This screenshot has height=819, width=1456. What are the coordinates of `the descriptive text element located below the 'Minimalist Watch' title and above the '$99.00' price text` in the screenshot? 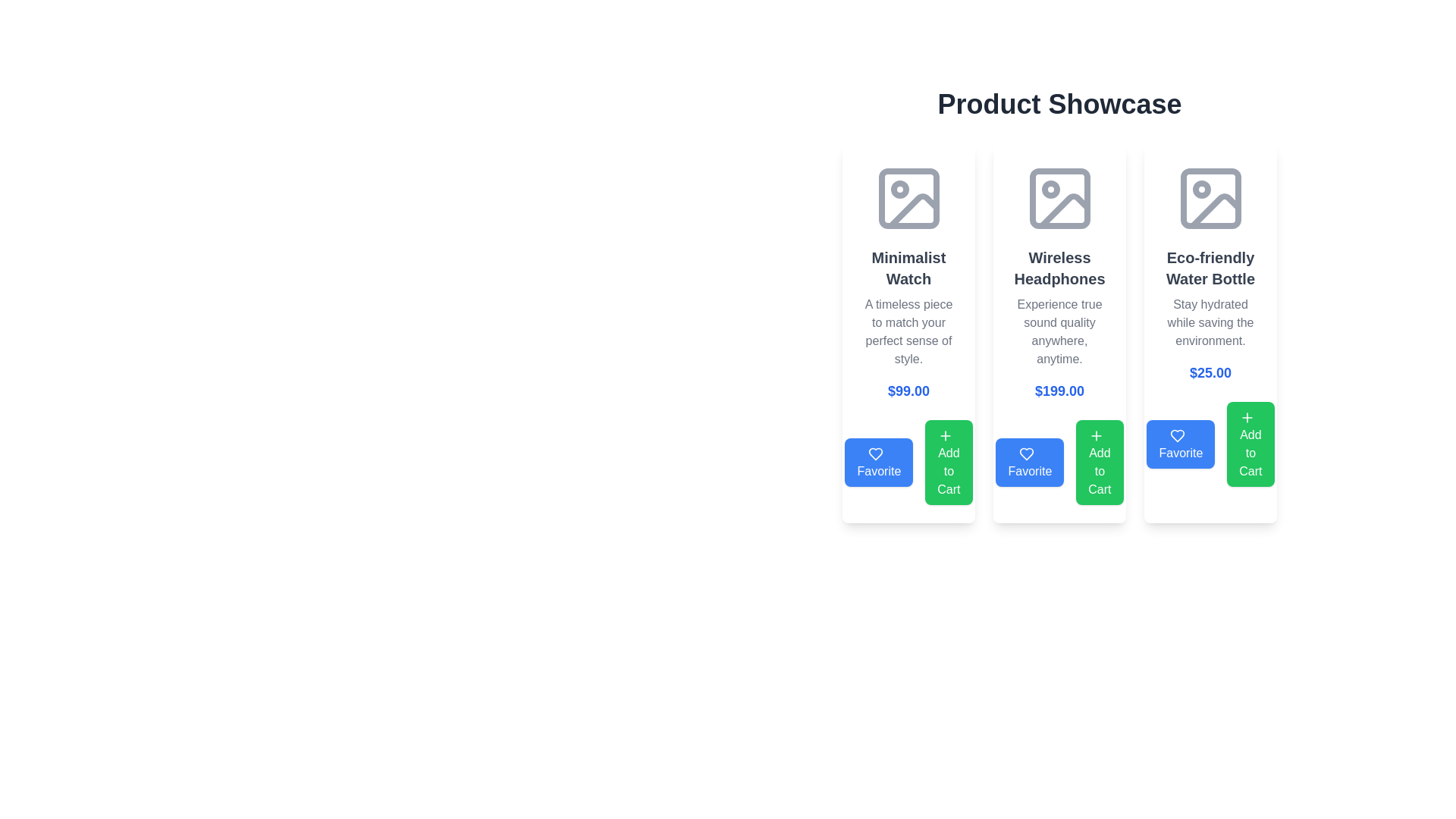 It's located at (908, 331).